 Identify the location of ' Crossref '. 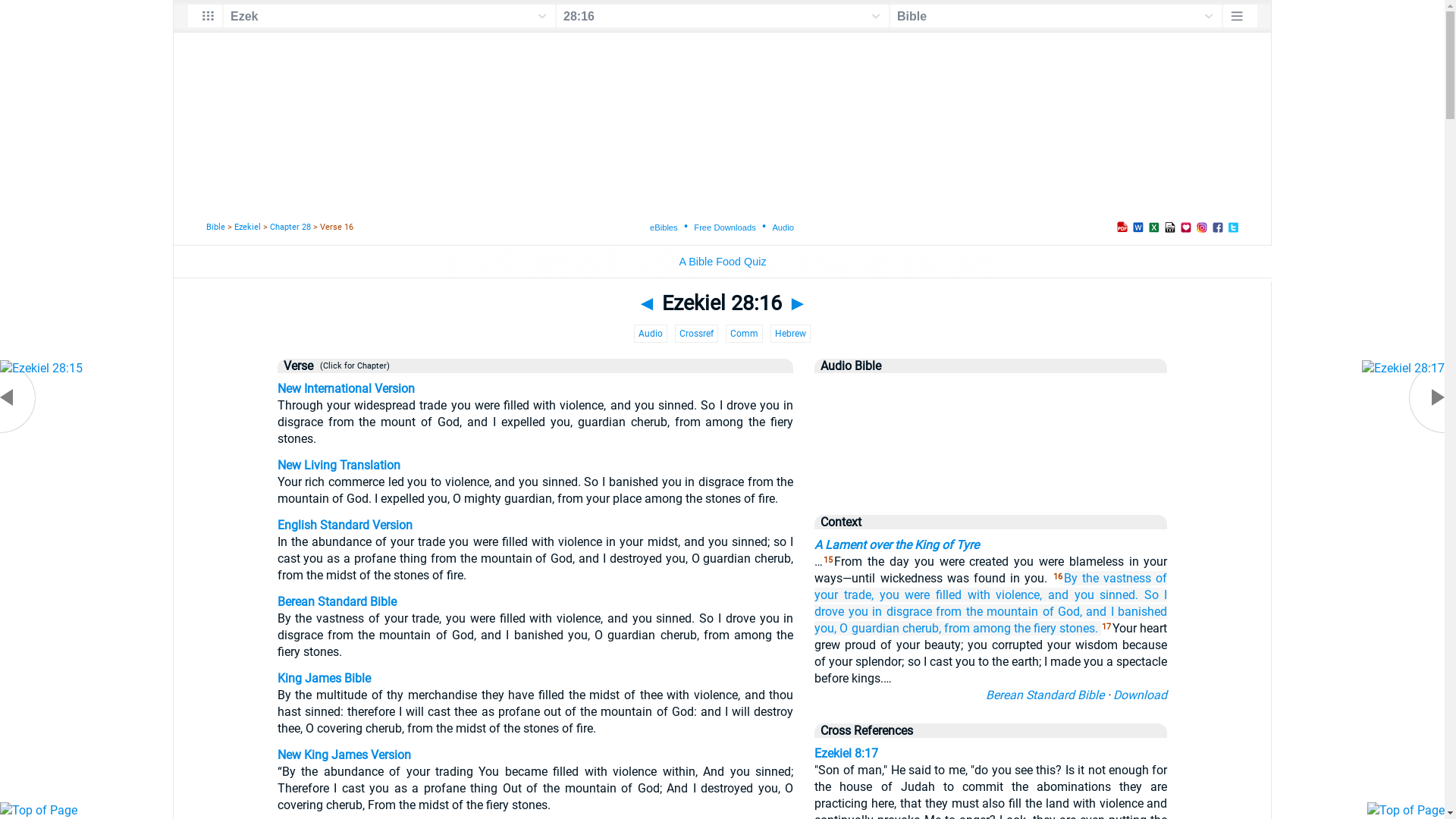
(695, 332).